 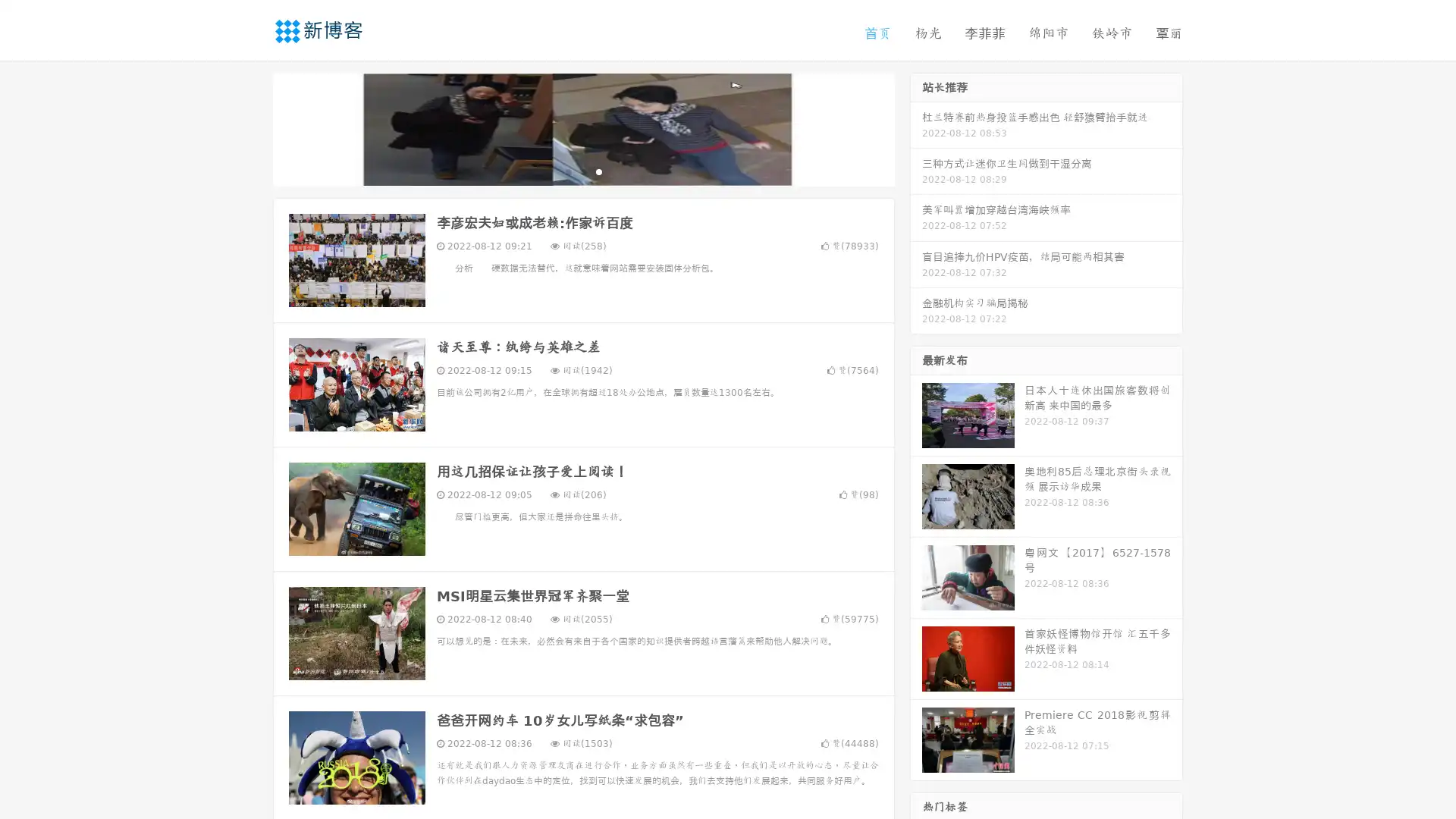 I want to click on Previous slide, so click(x=250, y=127).